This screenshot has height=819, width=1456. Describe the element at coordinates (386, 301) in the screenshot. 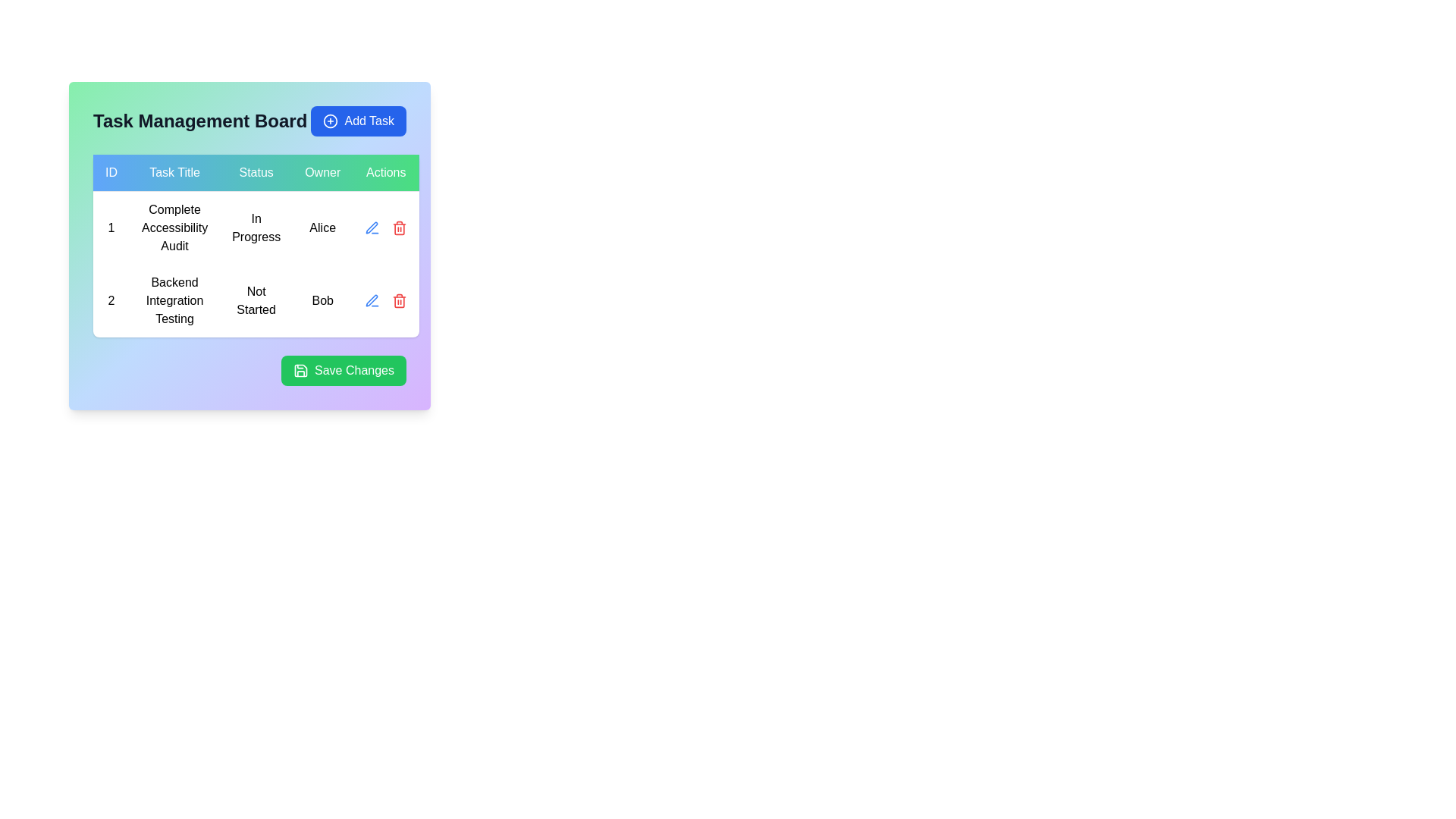

I see `the Icon button located in the 'Actions' column next to the red trash can icon for the 'Backend Integration Testing' task` at that location.